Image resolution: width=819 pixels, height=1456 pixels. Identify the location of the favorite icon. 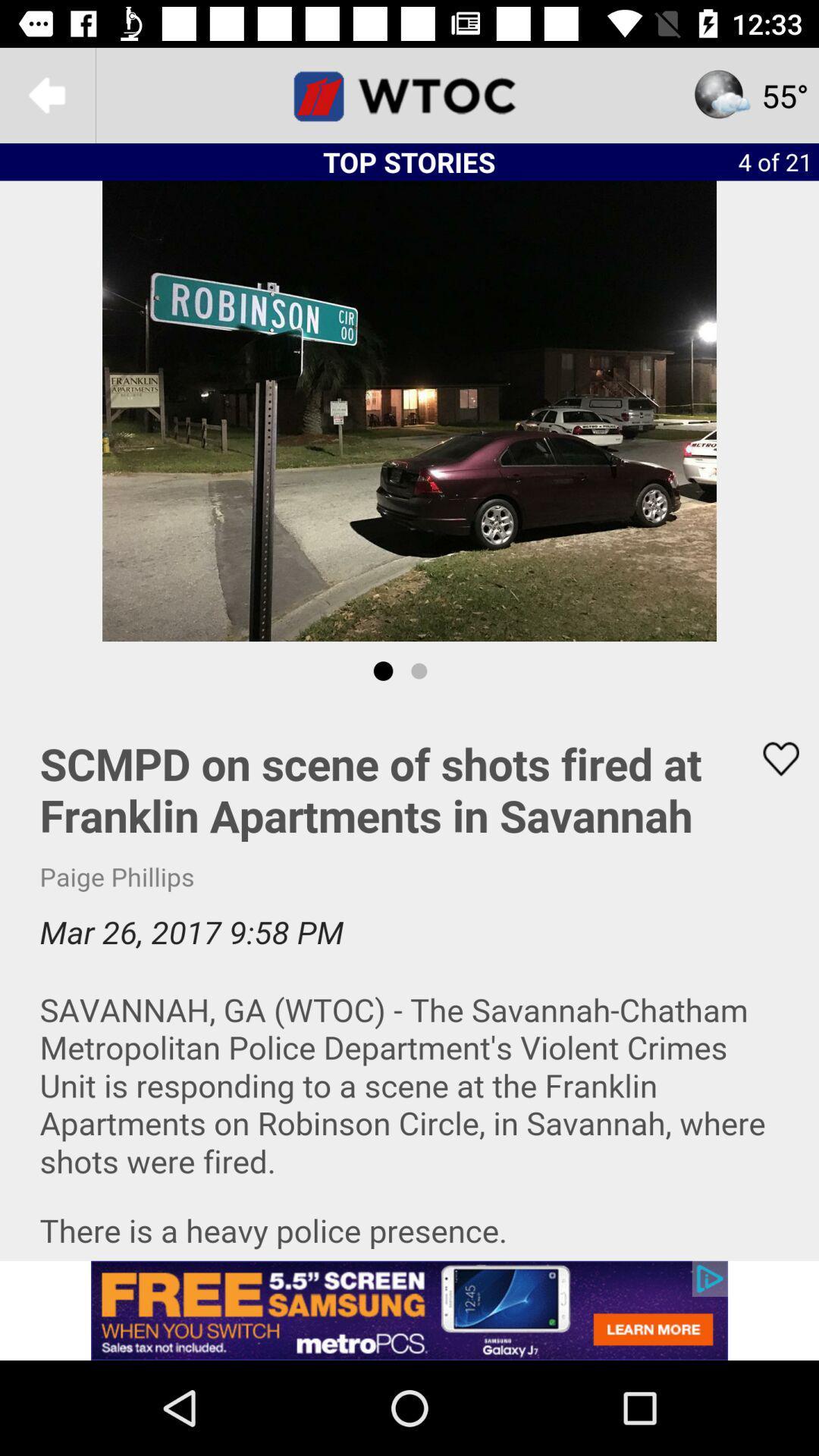
(771, 758).